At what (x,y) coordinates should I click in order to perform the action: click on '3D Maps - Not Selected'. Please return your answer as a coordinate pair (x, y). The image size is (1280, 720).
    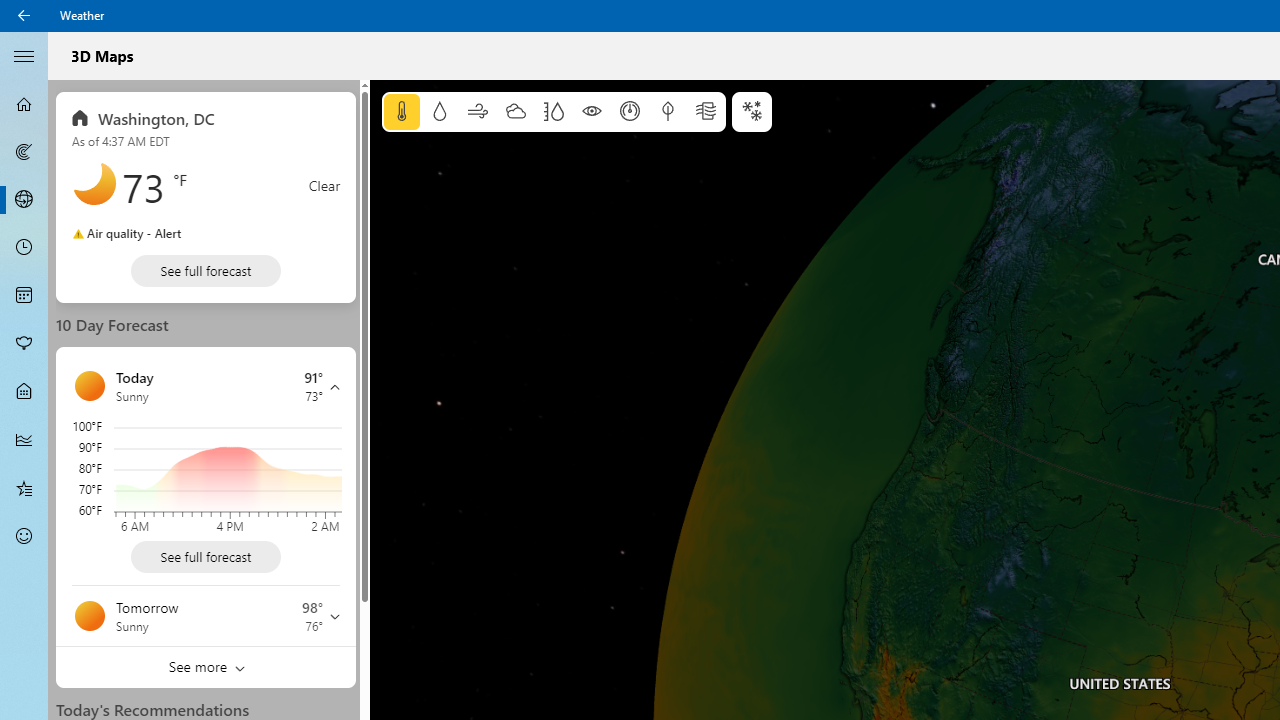
    Looking at the image, I should click on (24, 199).